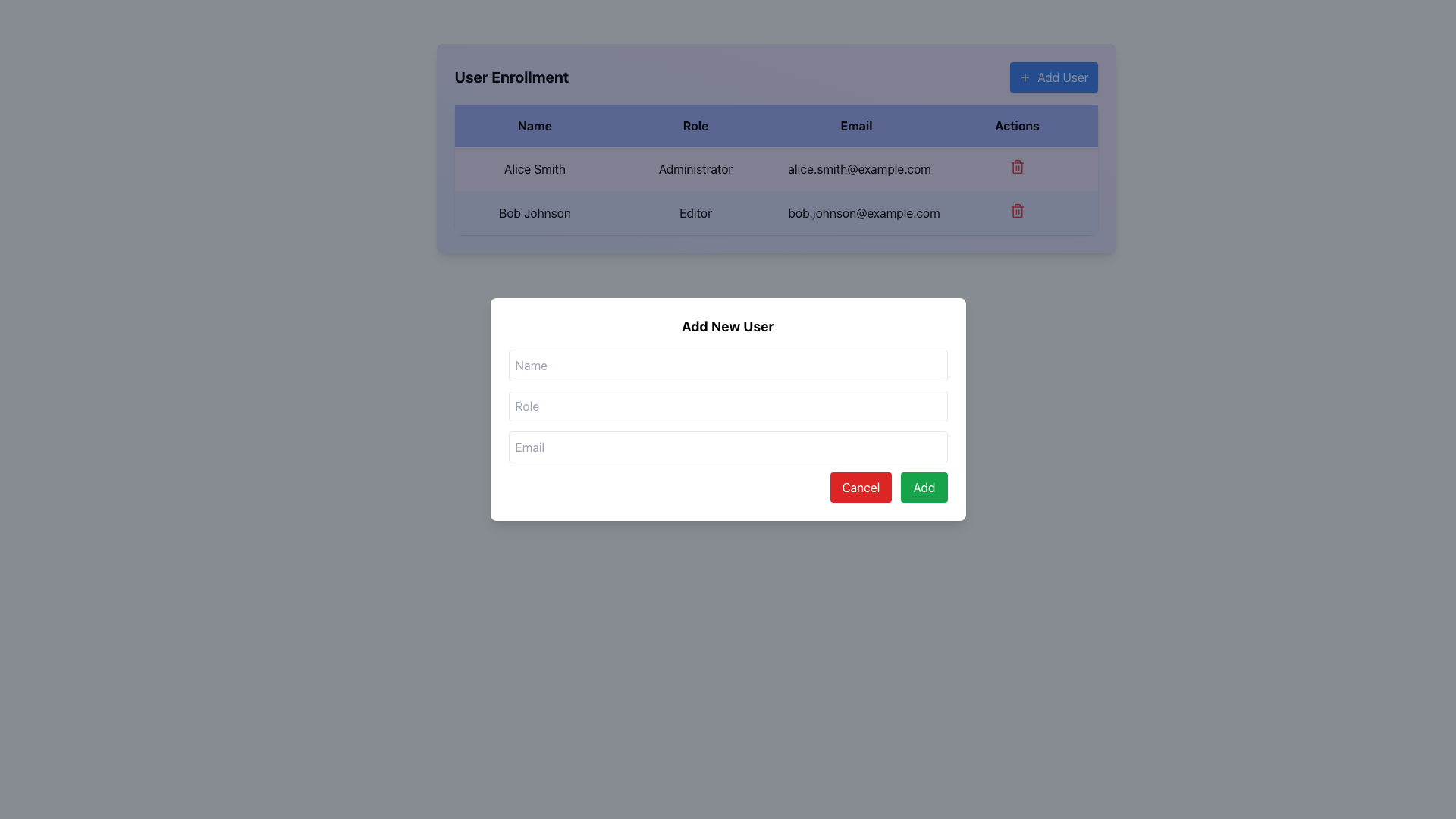  What do you see at coordinates (1017, 210) in the screenshot?
I see `the red trash bin icon in the Actions column of the data table` at bounding box center [1017, 210].